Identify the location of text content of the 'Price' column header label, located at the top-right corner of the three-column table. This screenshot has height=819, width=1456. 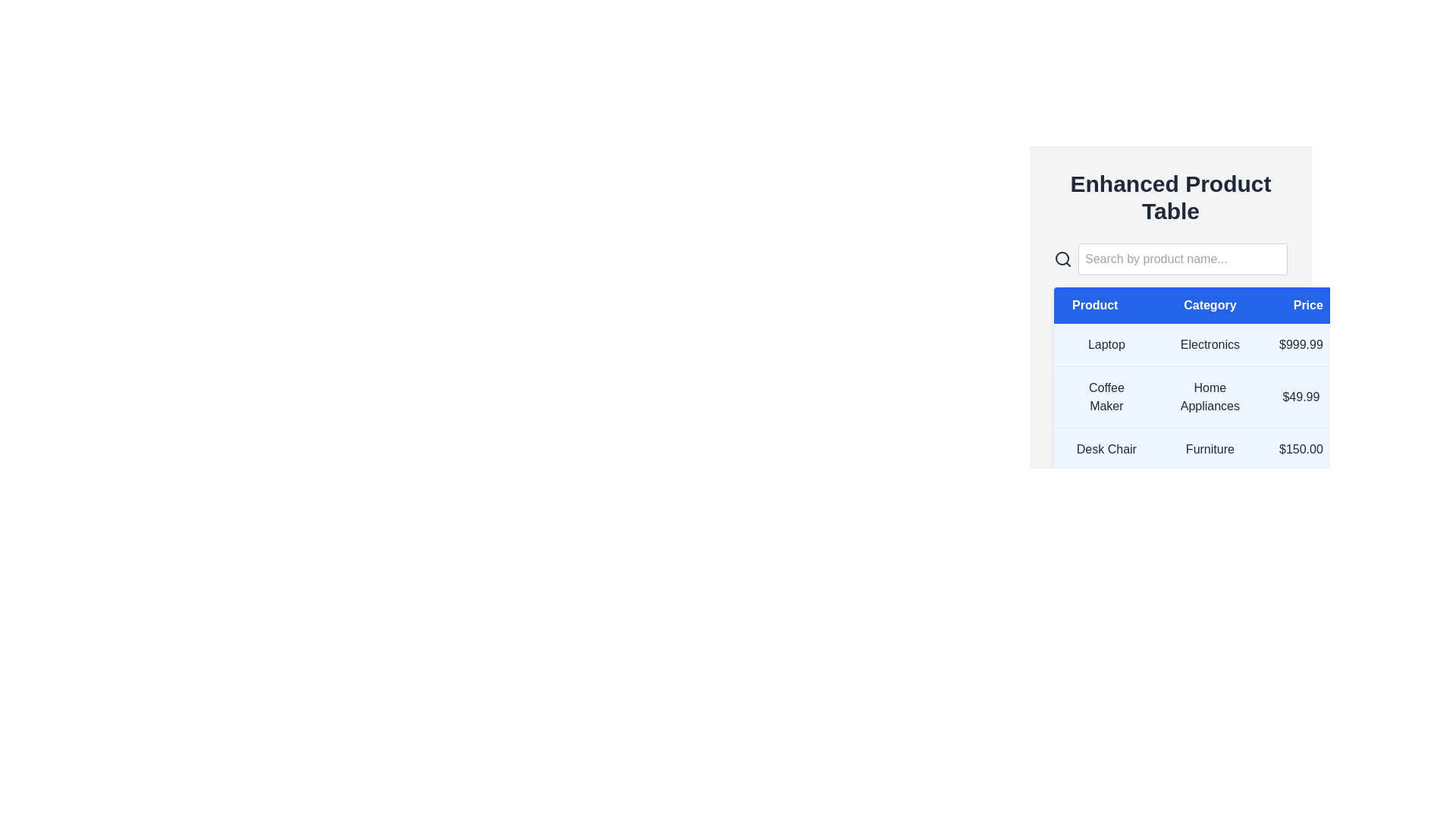
(1300, 305).